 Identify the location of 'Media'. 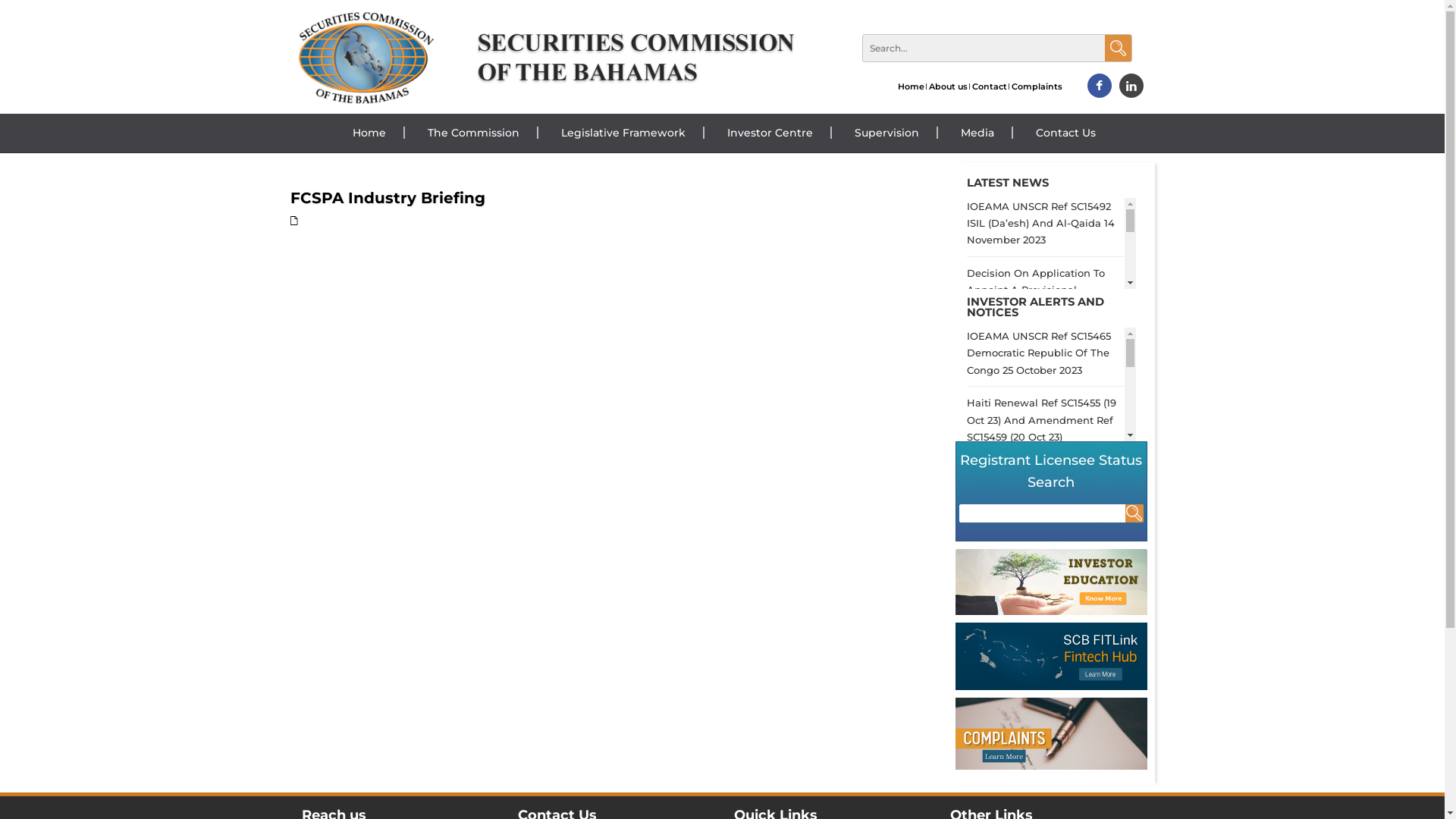
(977, 132).